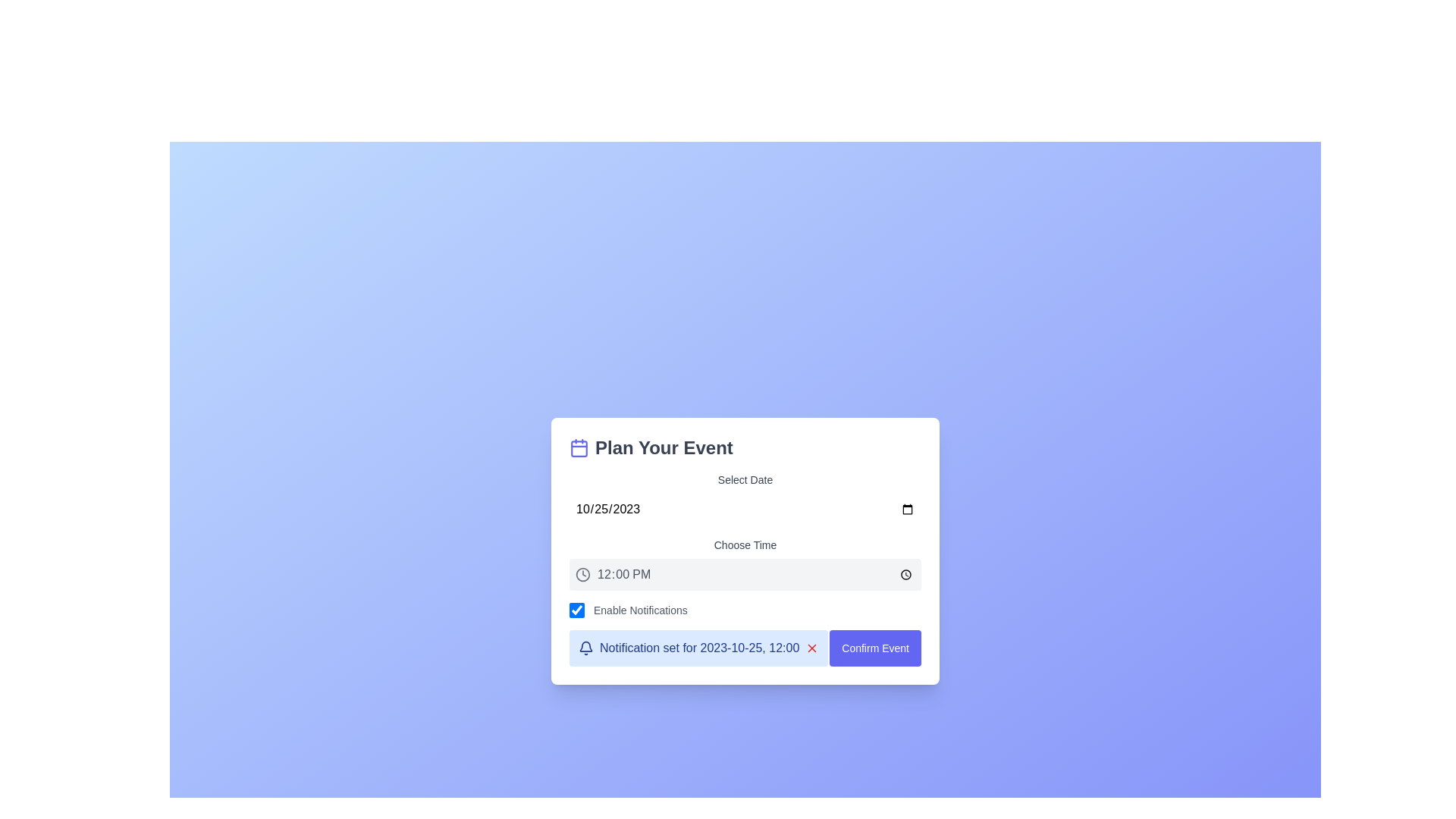 The height and width of the screenshot is (819, 1456). Describe the element at coordinates (811, 648) in the screenshot. I see `the close ('X') button icon in red color located within the notification box at the bottom of the central card` at that location.